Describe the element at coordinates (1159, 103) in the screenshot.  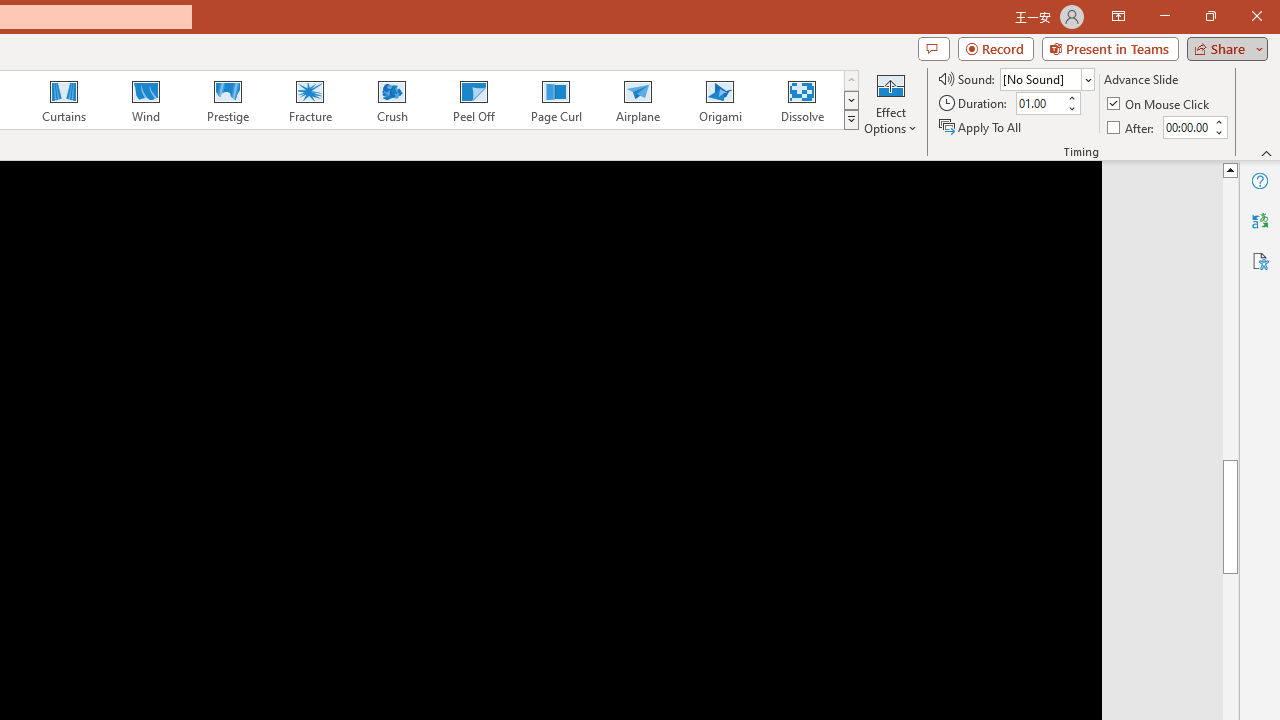
I see `'On Mouse Click'` at that location.